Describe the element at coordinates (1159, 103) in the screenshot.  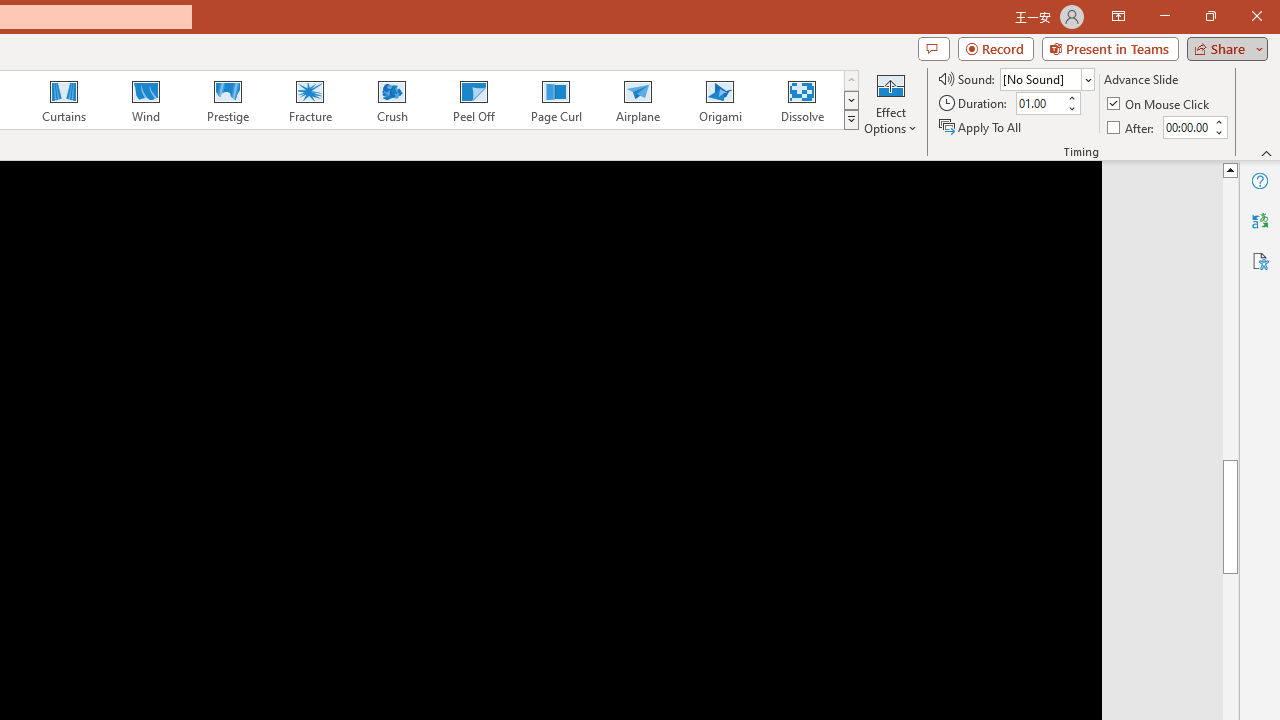
I see `'On Mouse Click'` at that location.